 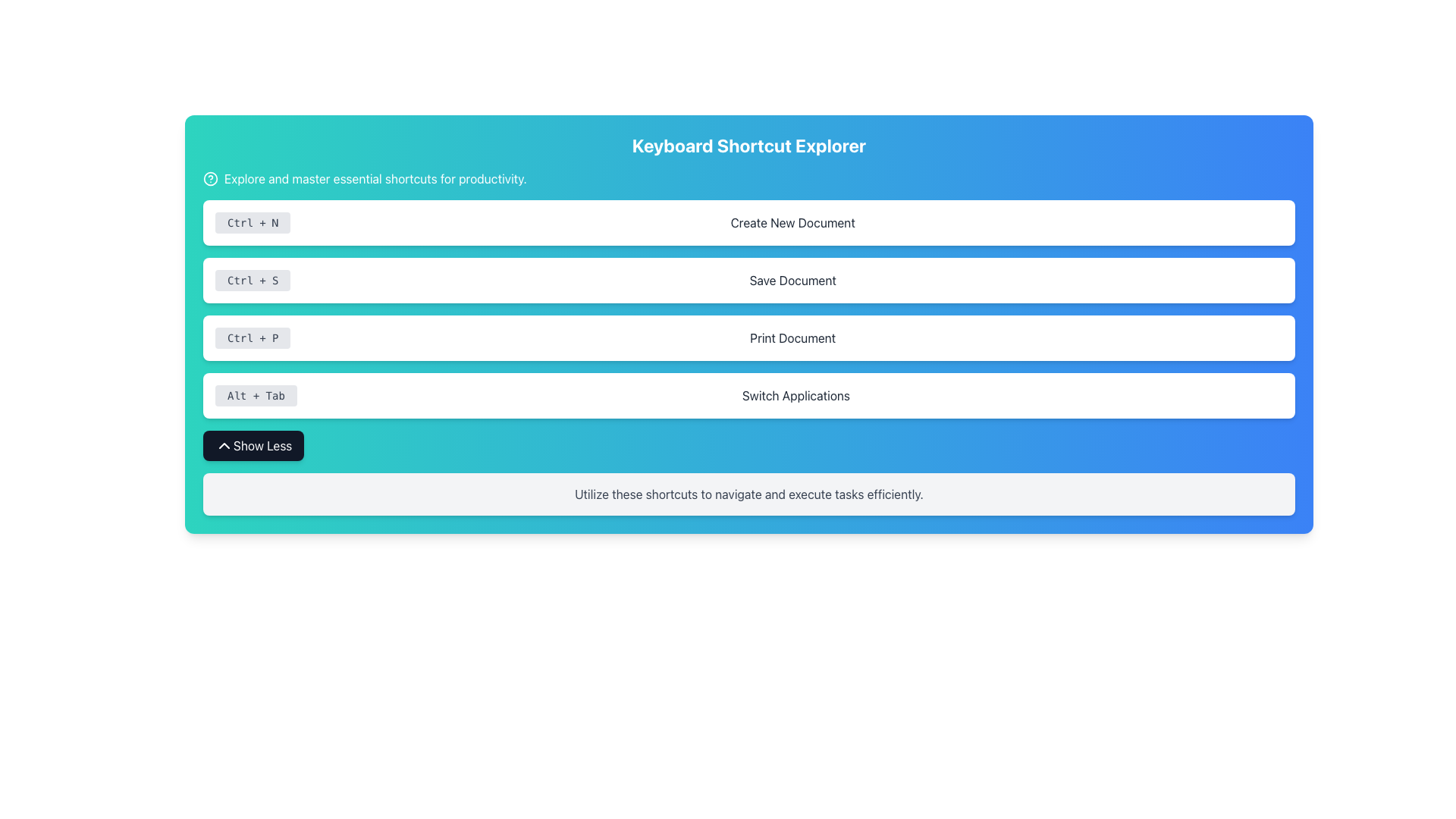 I want to click on the Text Label that describes the function of the keyboard shortcut 'Ctrl + N', positioned to the right of the gray box with 'Ctrl + N', so click(x=792, y=222).